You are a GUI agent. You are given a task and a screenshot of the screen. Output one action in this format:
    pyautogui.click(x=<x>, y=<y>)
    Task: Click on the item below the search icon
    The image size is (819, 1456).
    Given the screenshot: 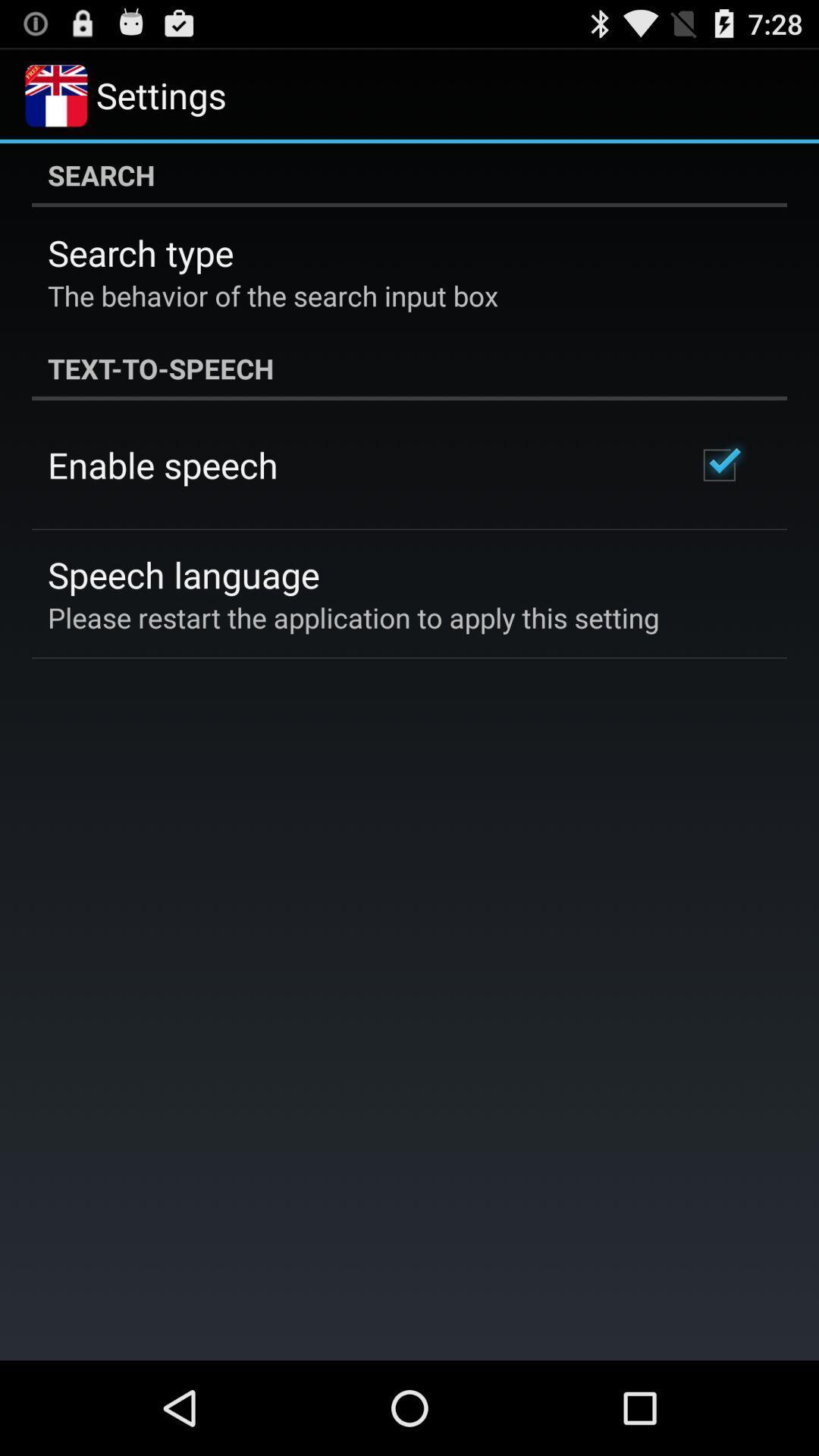 What is the action you would take?
    pyautogui.click(x=140, y=253)
    